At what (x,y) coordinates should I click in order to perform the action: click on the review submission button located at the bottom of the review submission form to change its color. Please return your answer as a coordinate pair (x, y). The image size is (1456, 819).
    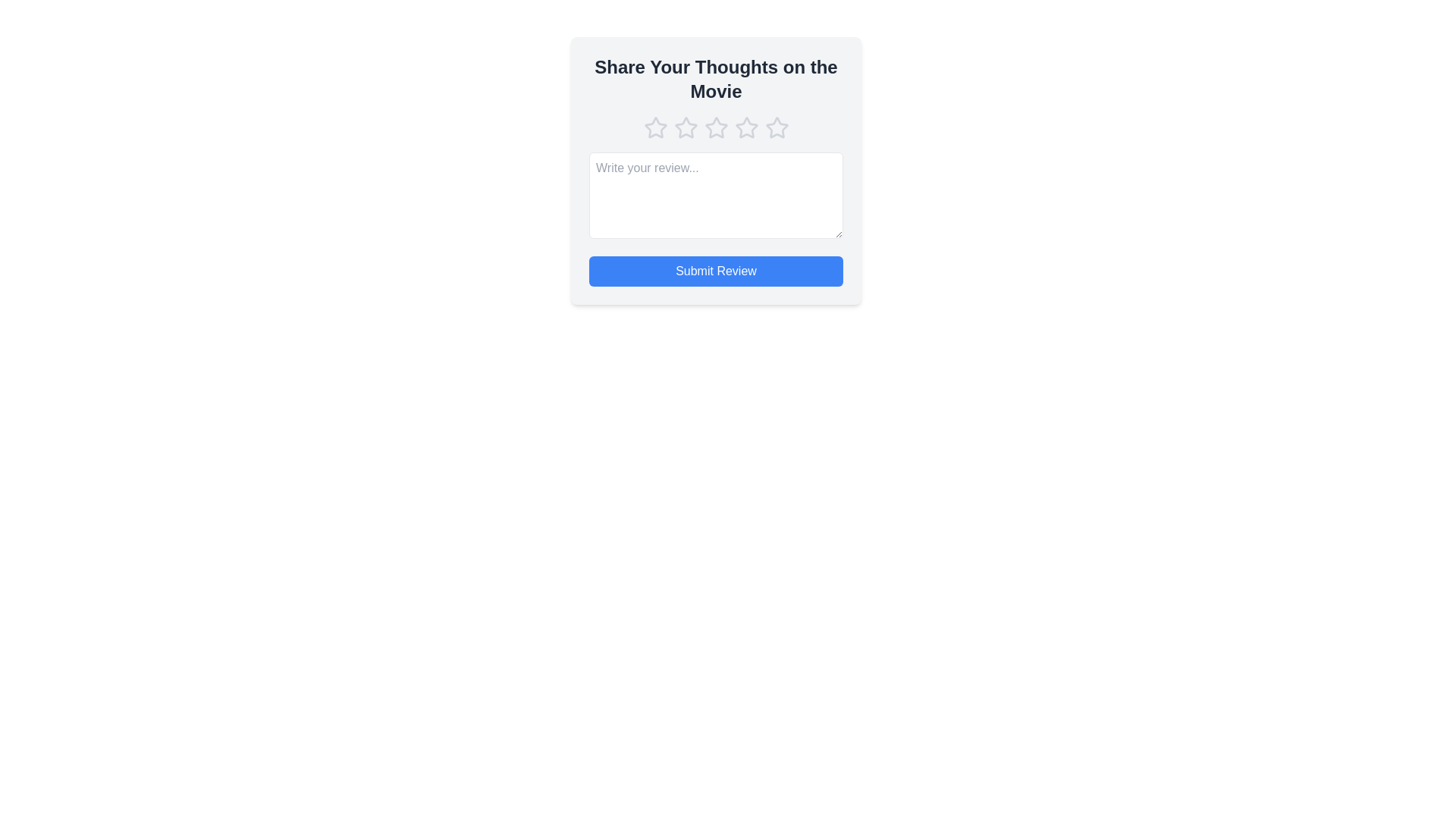
    Looking at the image, I should click on (715, 271).